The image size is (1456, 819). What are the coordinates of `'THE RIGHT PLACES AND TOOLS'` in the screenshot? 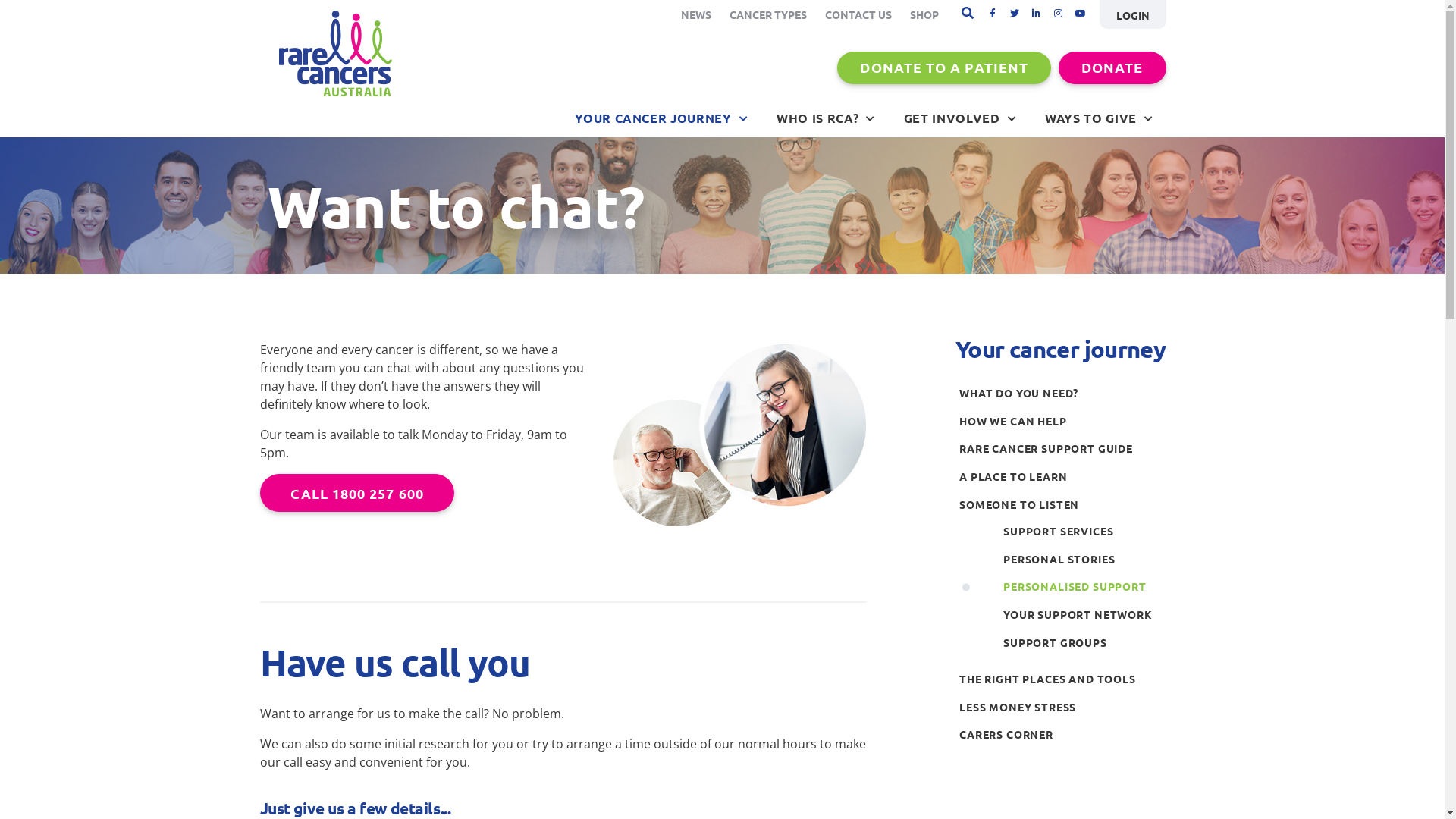 It's located at (1065, 678).